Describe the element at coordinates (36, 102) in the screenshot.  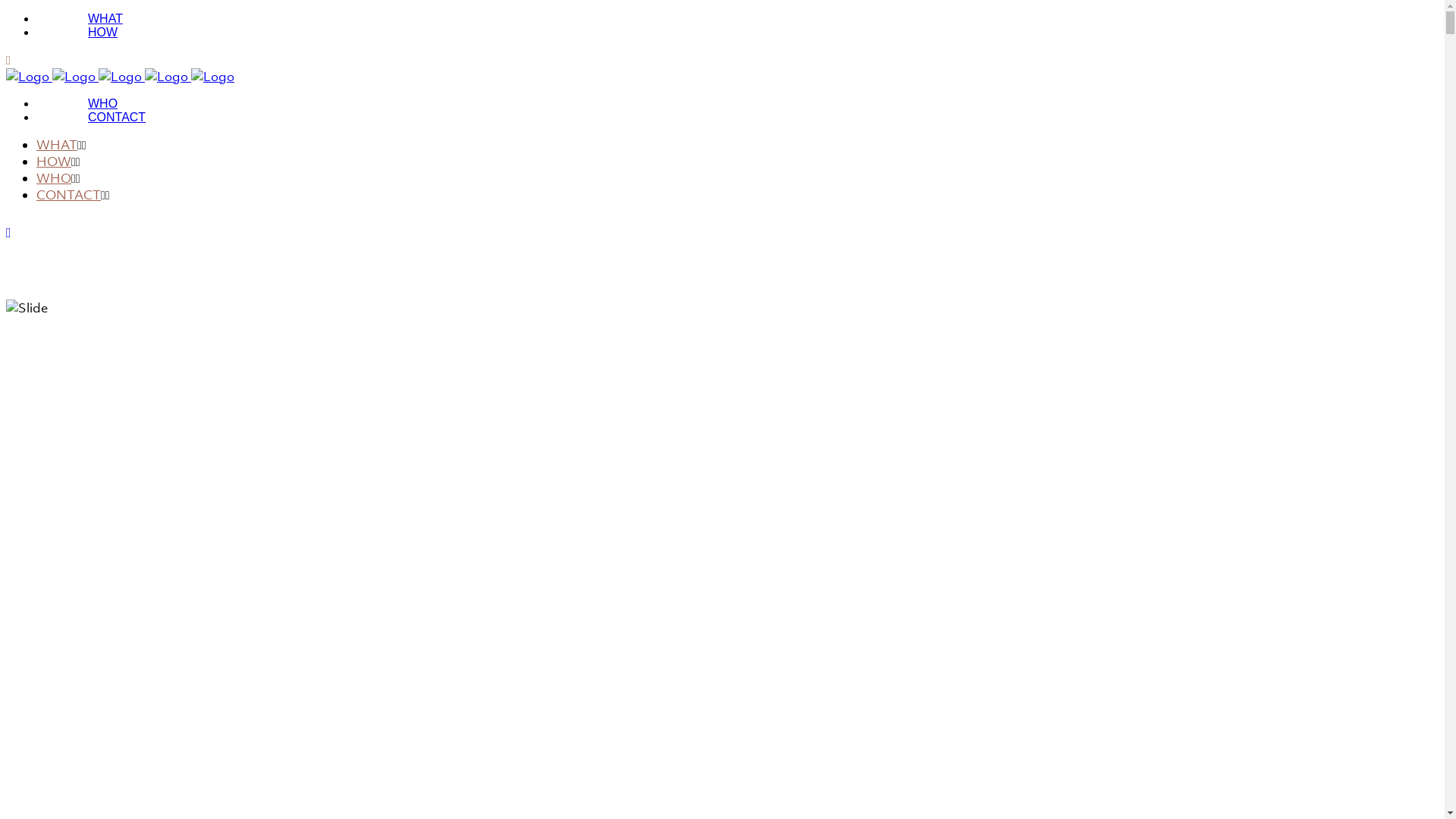
I see `'WHO'` at that location.